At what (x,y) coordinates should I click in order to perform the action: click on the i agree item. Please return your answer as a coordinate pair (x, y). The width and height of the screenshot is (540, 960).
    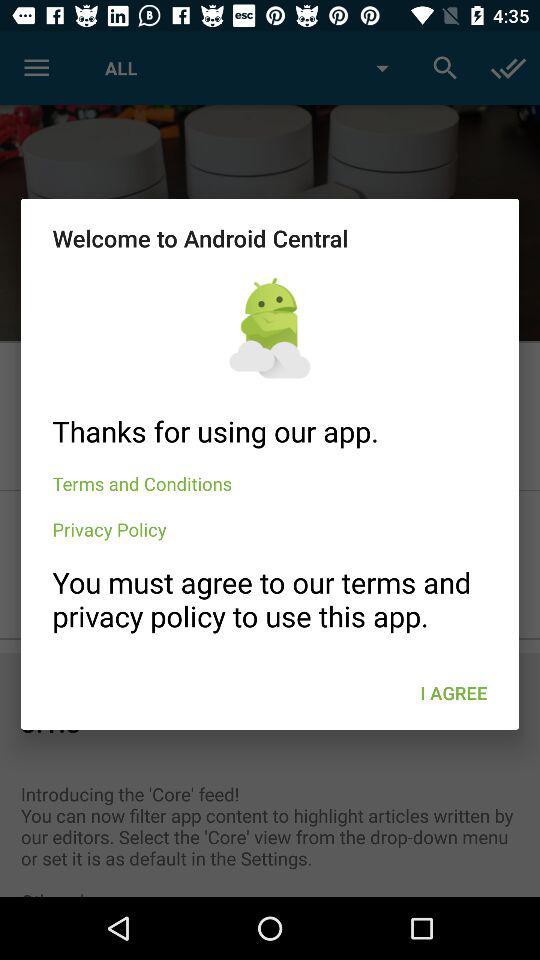
    Looking at the image, I should click on (453, 693).